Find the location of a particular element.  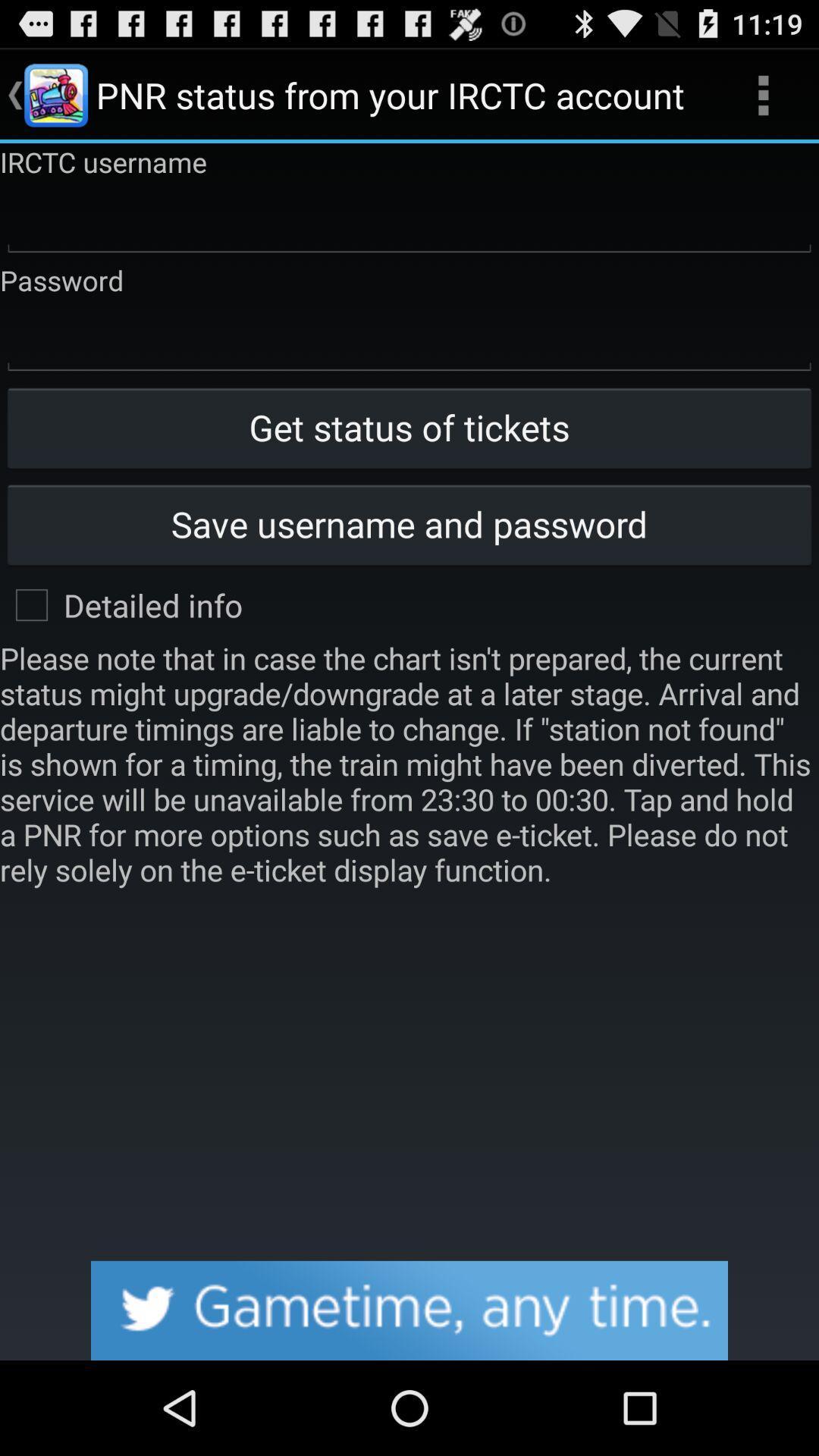

click on add is located at coordinates (409, 1310).